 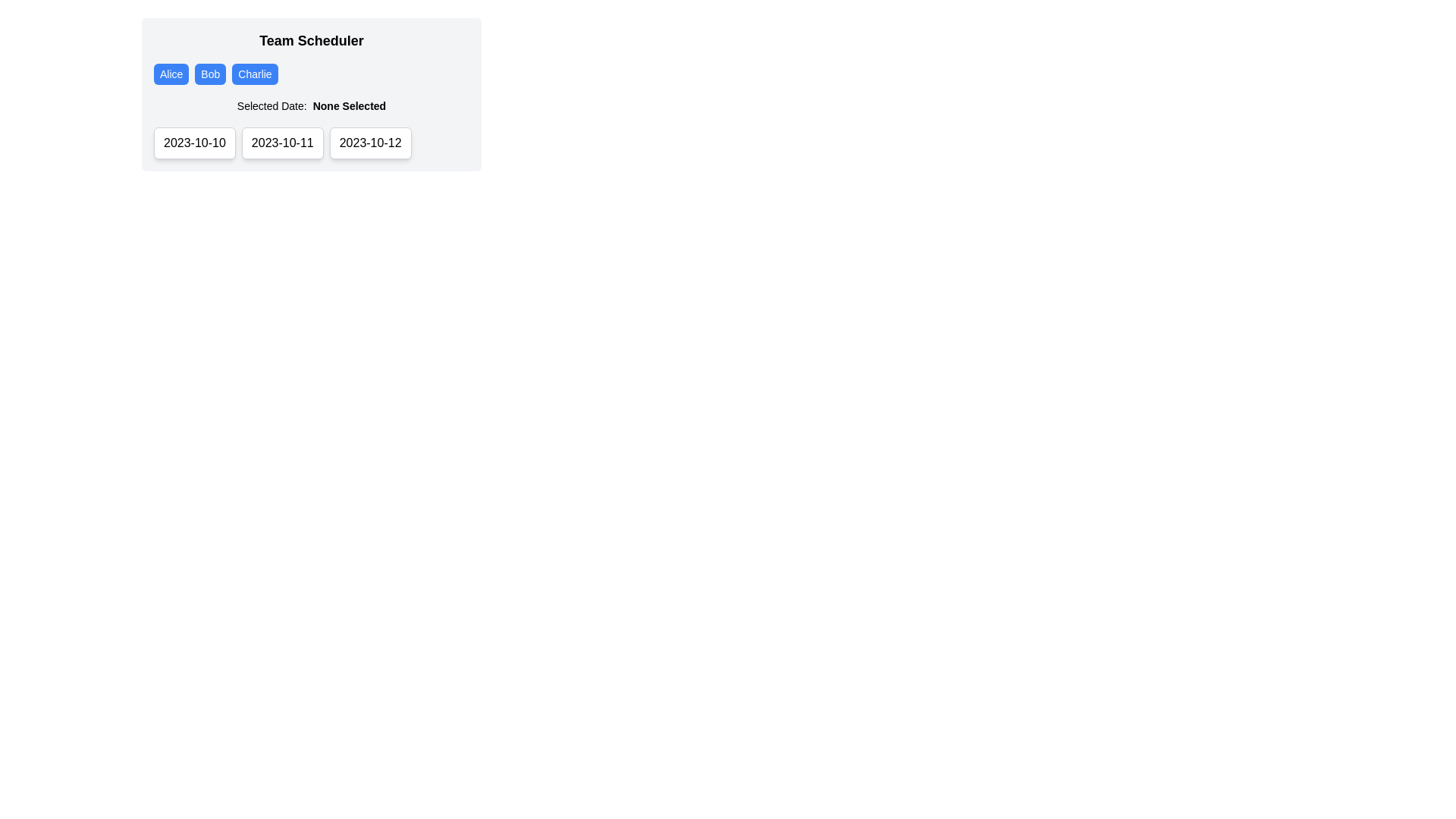 What do you see at coordinates (311, 105) in the screenshot?
I see `the label that displays 'Selected Date: None Selected', which is positioned beneath the buttons labeled 'Alice', 'Bob', and 'Charlie', and above a series of selectable dates` at bounding box center [311, 105].